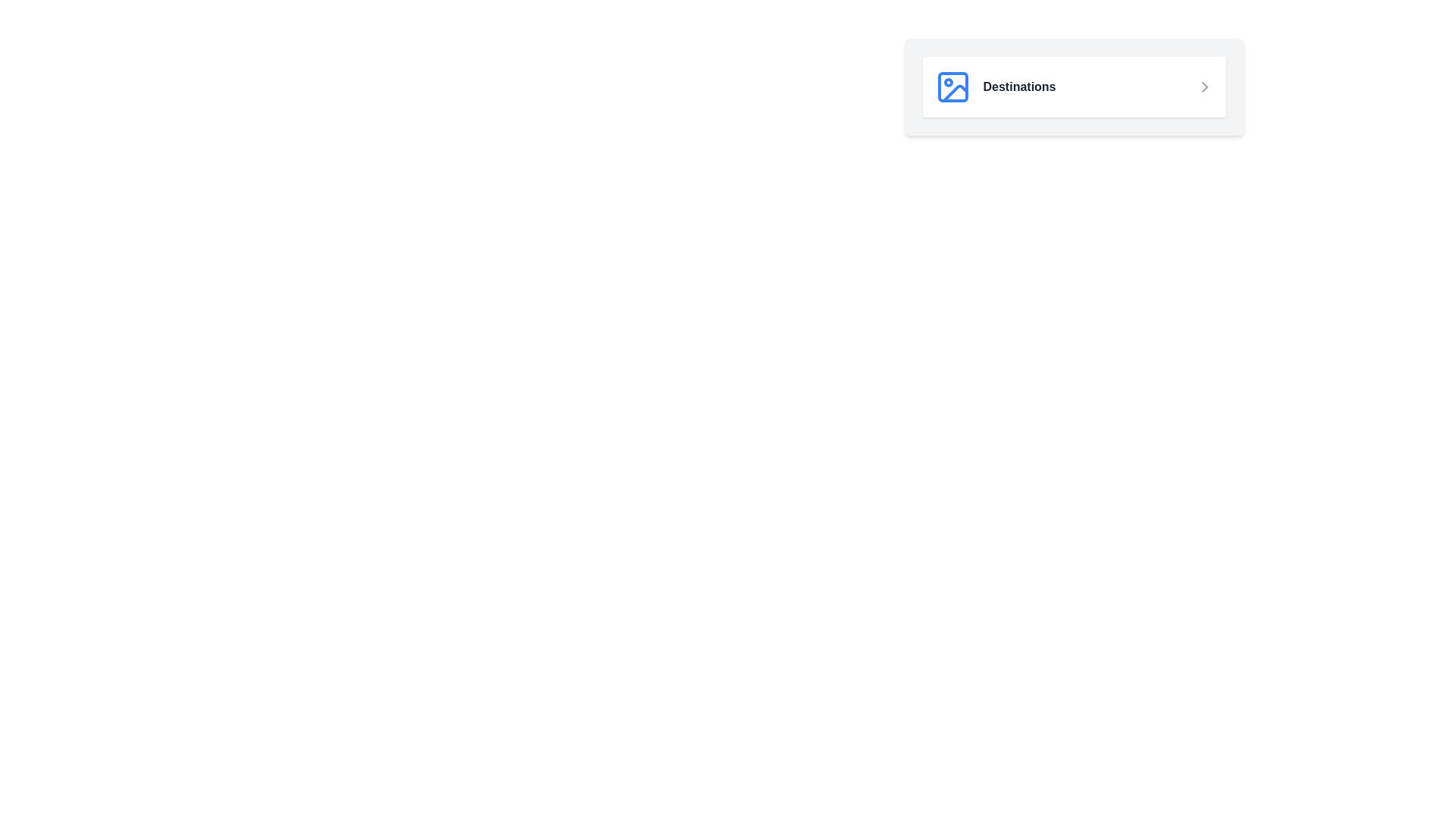  What do you see at coordinates (1203, 87) in the screenshot?
I see `the navigation icon located at the top-right corner of the 'Destinations' card to proceed to a detailed view or related content` at bounding box center [1203, 87].